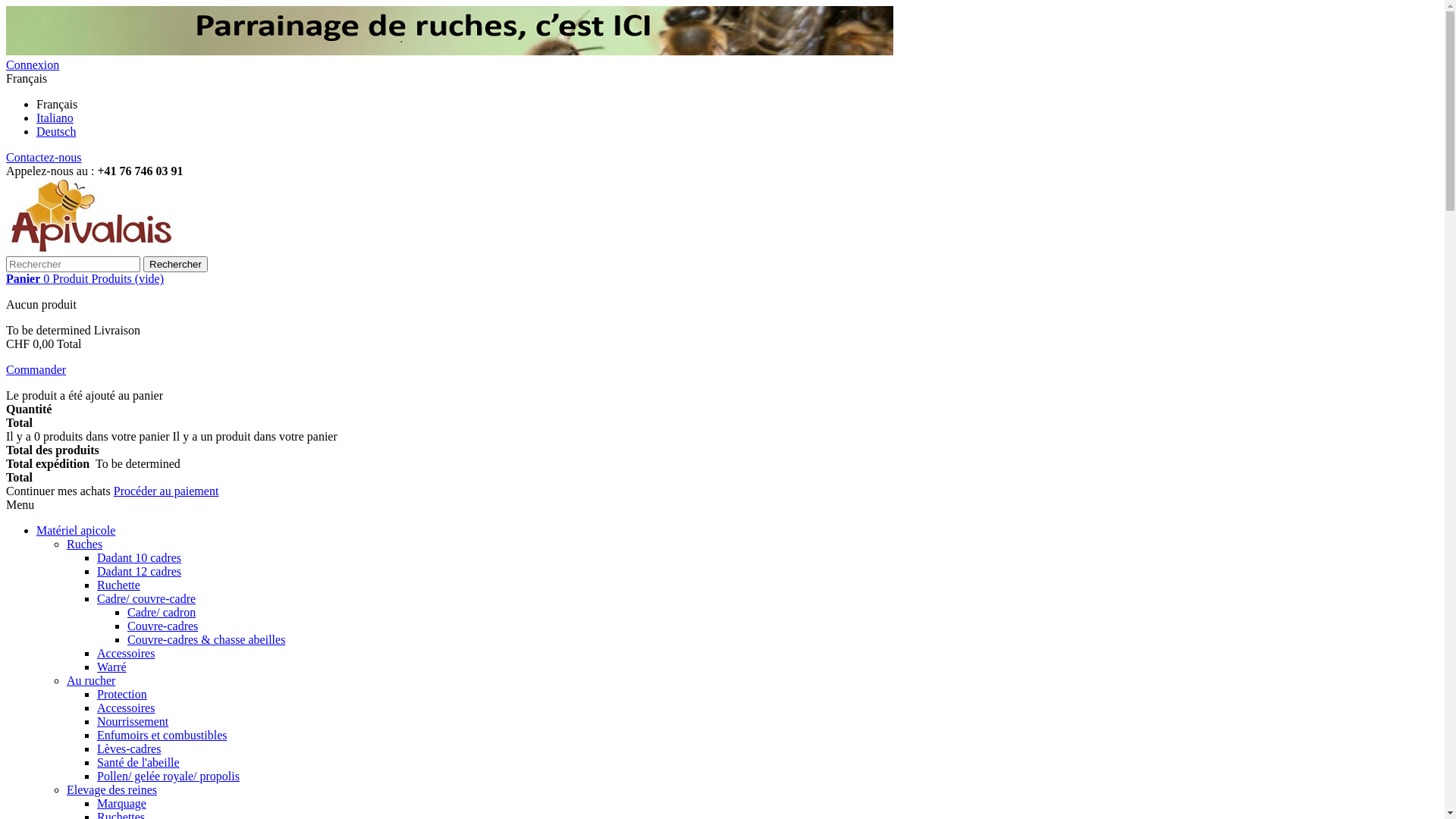 The height and width of the screenshot is (819, 1456). I want to click on 'Accessoires', so click(126, 652).